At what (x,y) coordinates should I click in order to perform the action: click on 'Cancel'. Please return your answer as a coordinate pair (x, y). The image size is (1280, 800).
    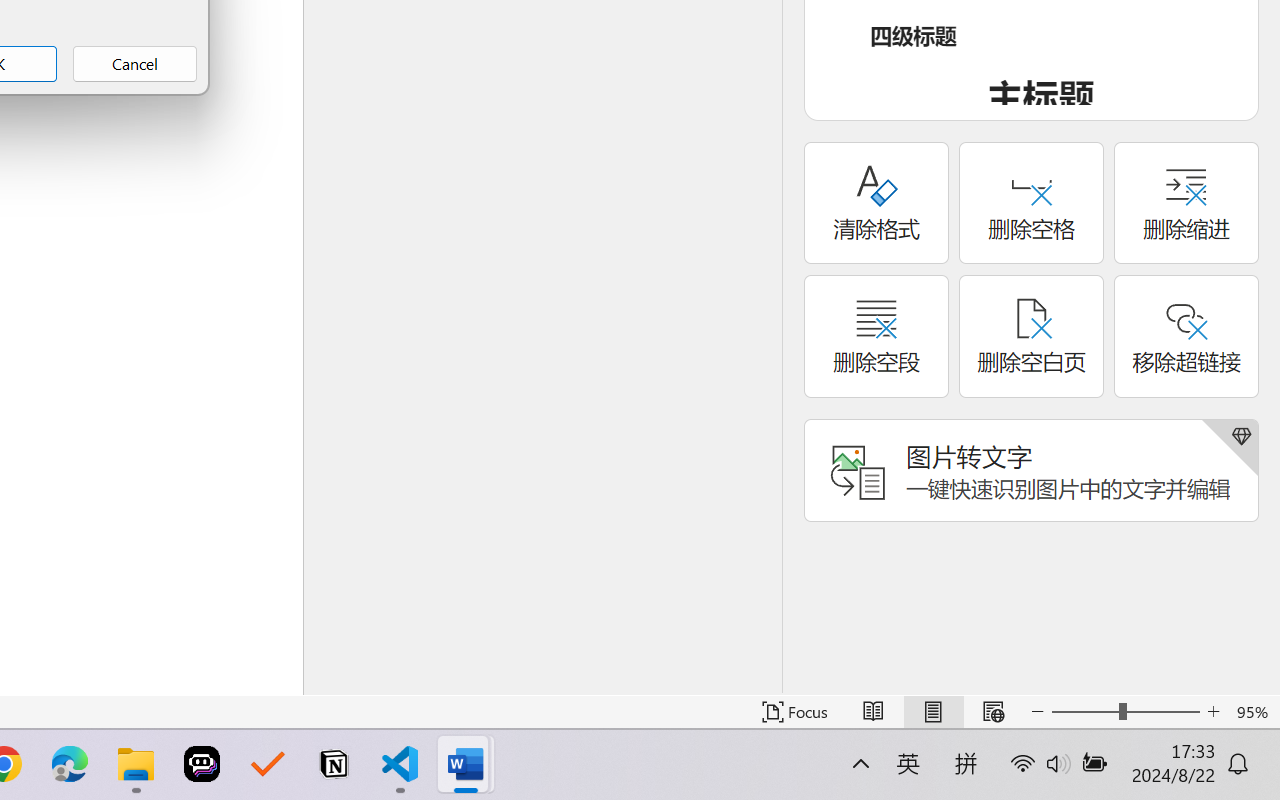
    Looking at the image, I should click on (134, 63).